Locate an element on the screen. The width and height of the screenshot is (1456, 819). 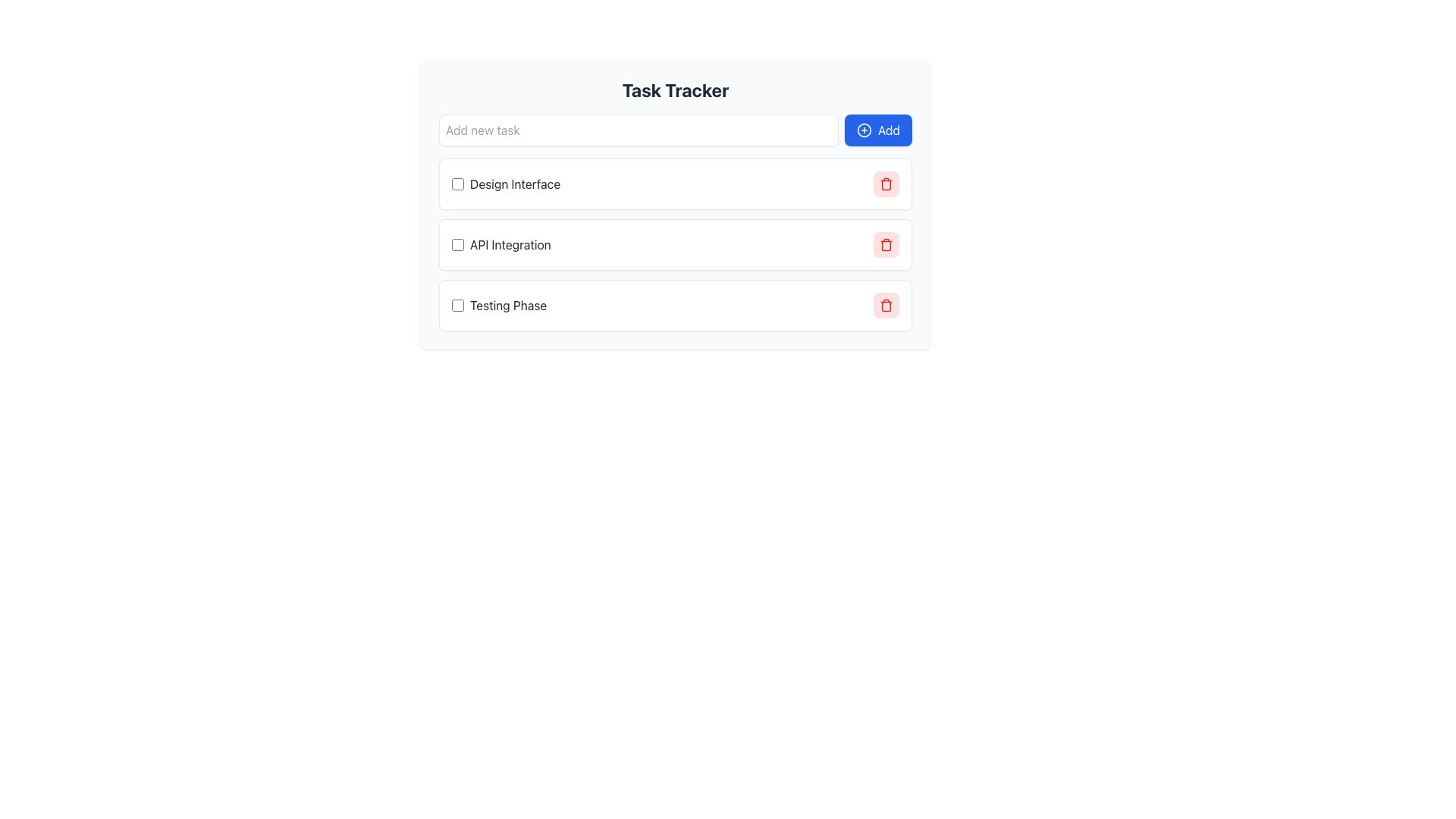
the trash can icon button is located at coordinates (886, 184).